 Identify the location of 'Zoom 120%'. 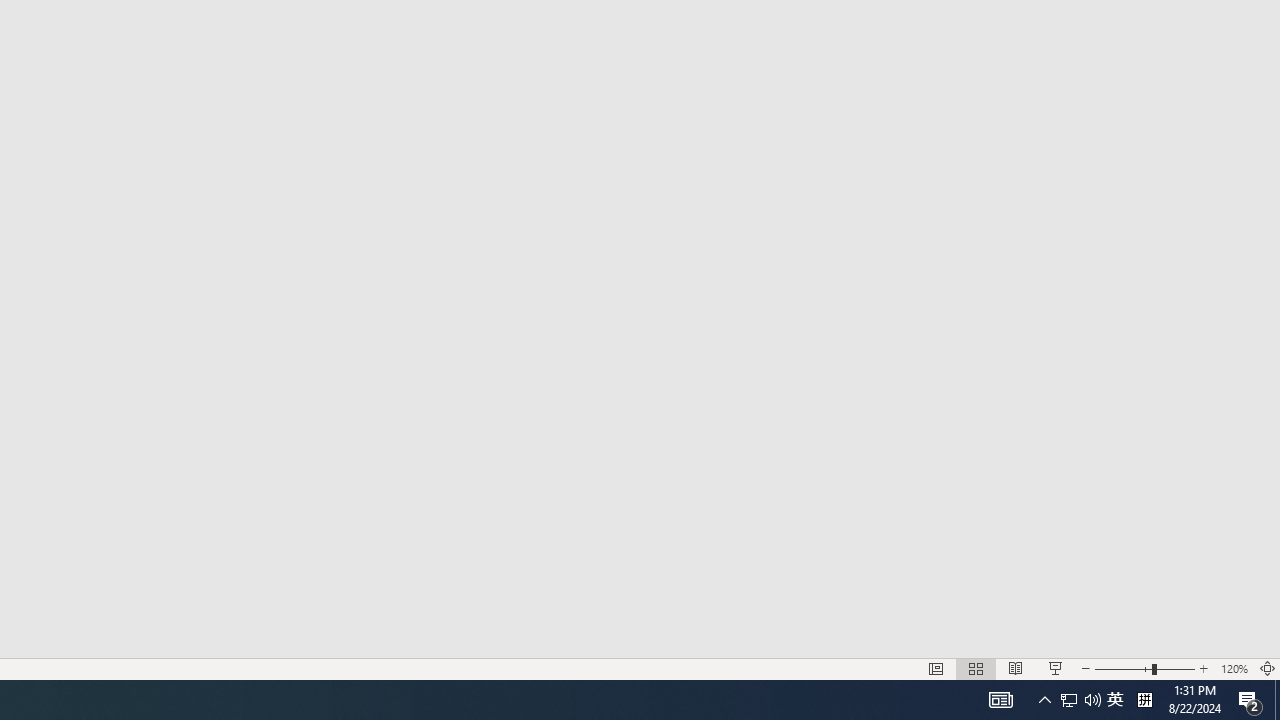
(1233, 669).